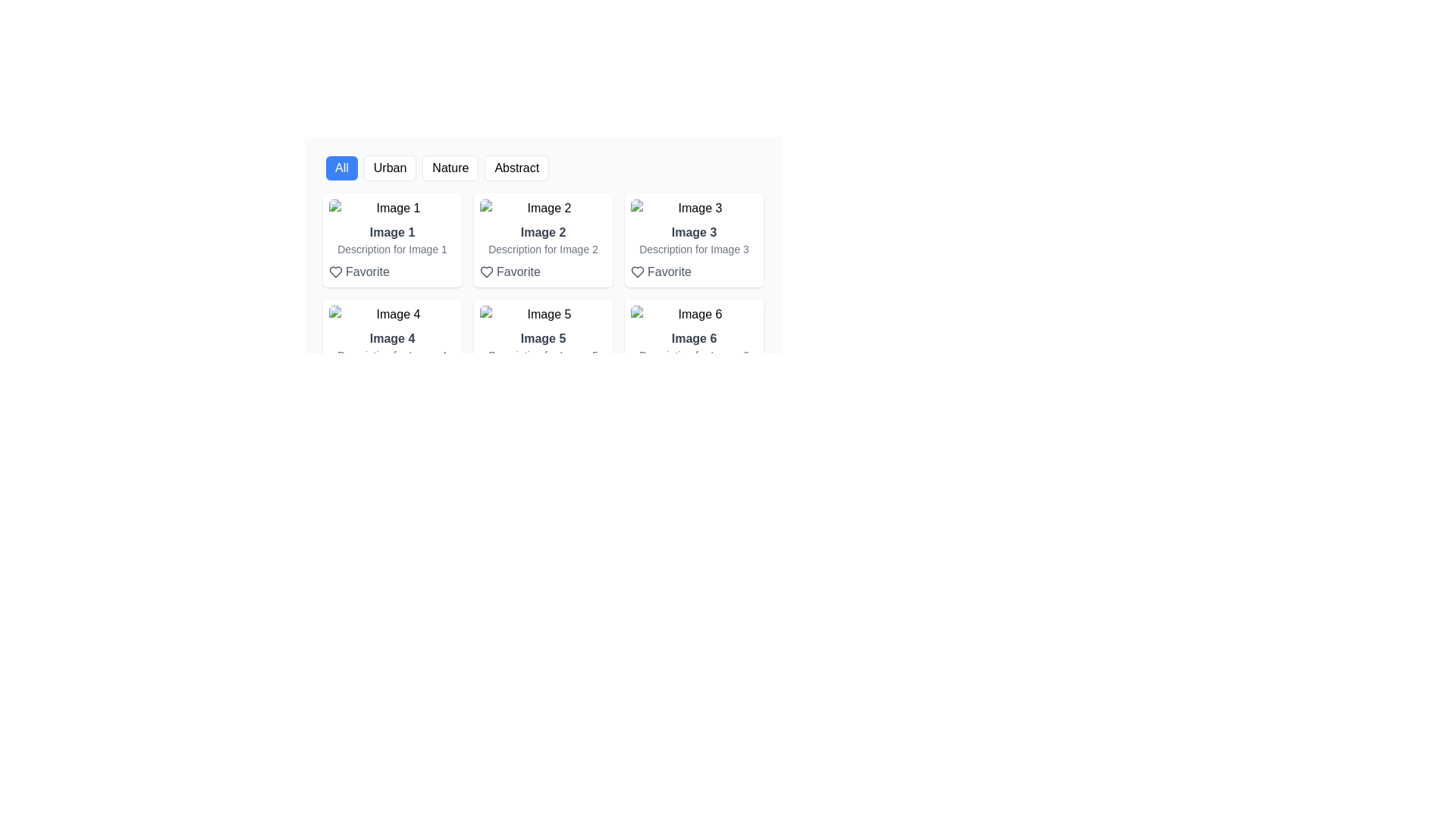 This screenshot has height=819, width=1456. I want to click on the 'Favorite' label text associated with 'Image 2', which is located to the right of a heart-shaped icon in a card layout, so click(518, 271).